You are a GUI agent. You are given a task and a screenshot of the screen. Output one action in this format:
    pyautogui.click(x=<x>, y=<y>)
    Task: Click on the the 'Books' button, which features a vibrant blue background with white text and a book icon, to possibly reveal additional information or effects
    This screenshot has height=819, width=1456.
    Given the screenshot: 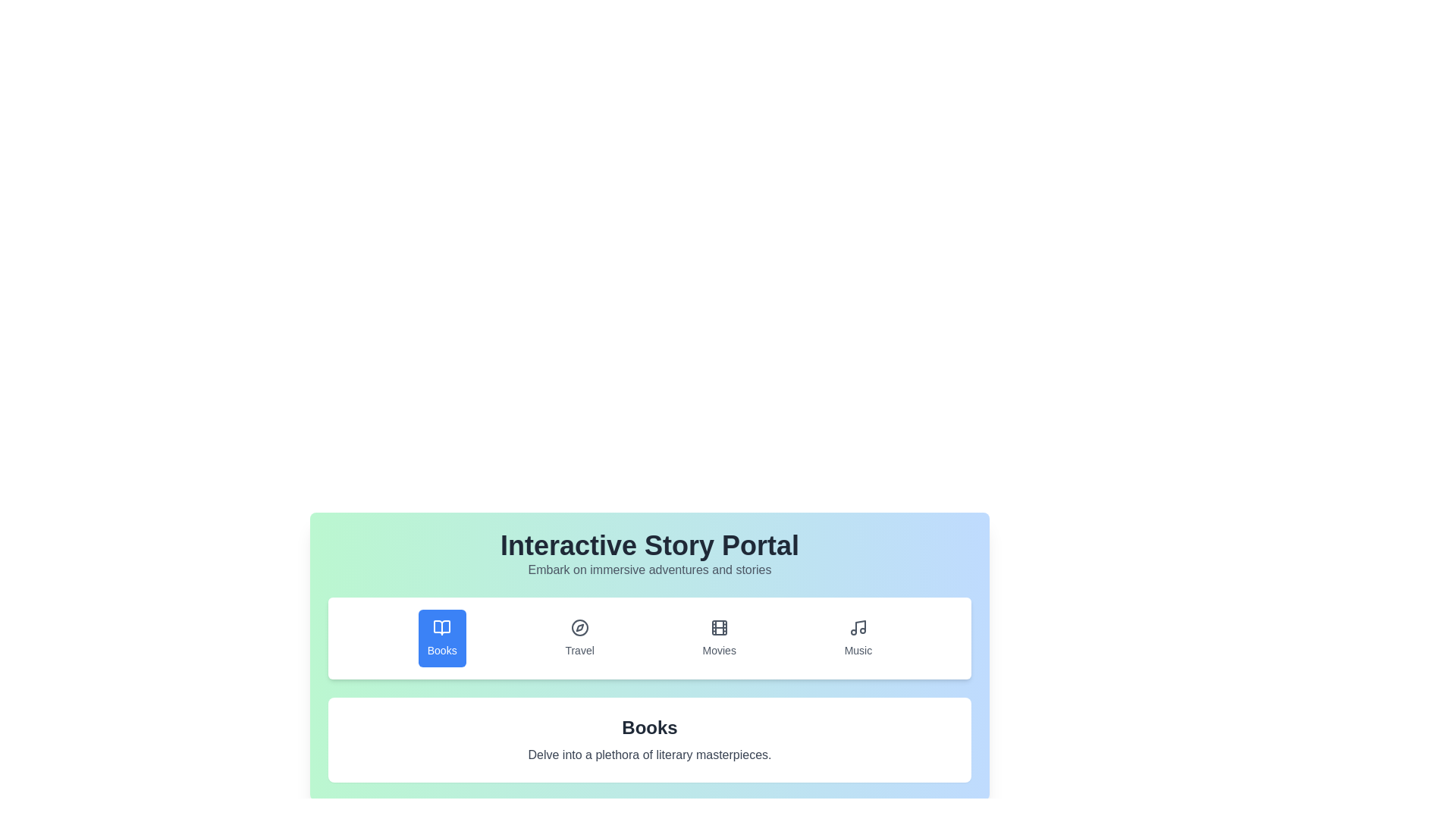 What is the action you would take?
    pyautogui.click(x=441, y=638)
    